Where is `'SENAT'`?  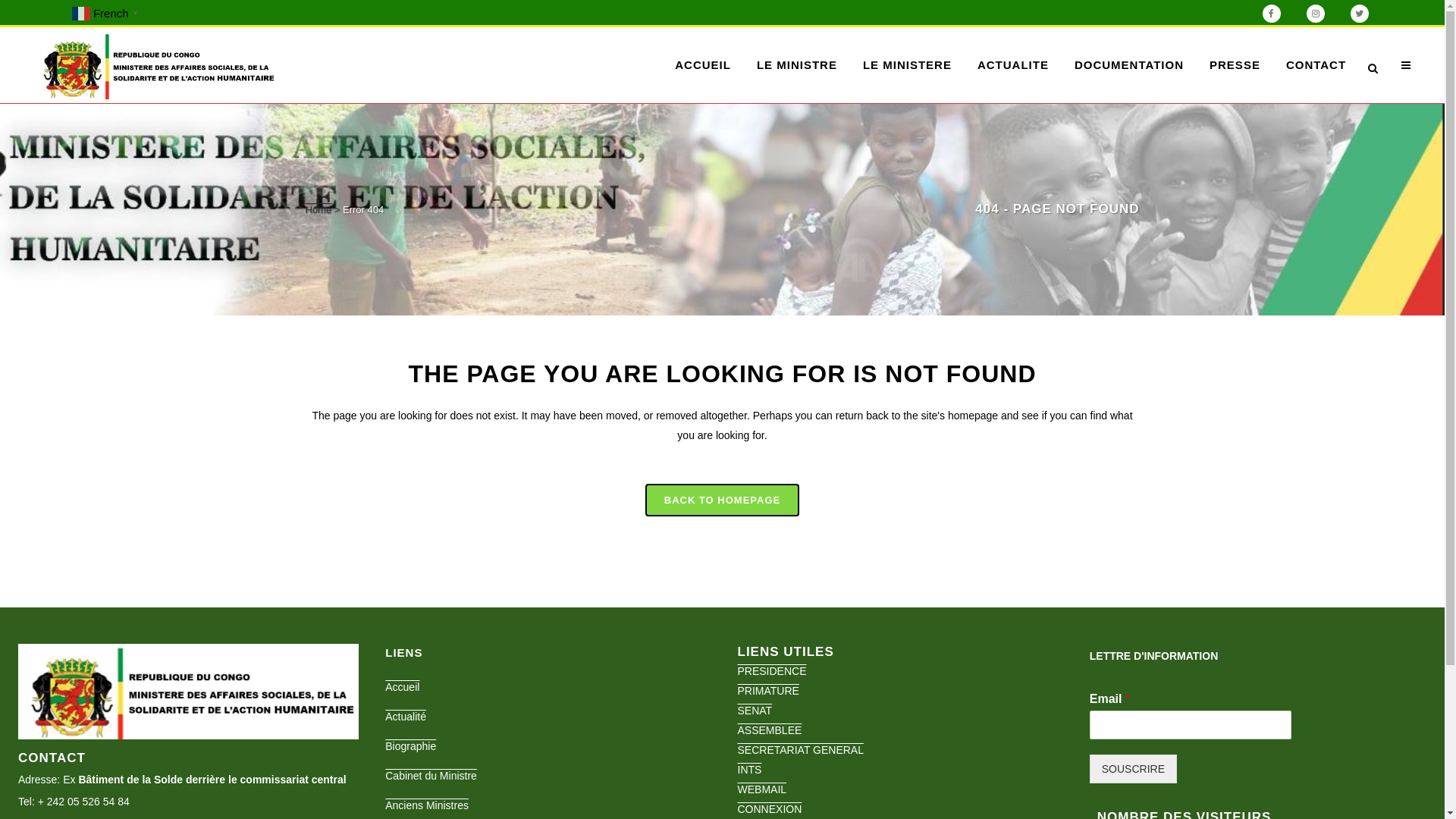 'SENAT' is located at coordinates (736, 711).